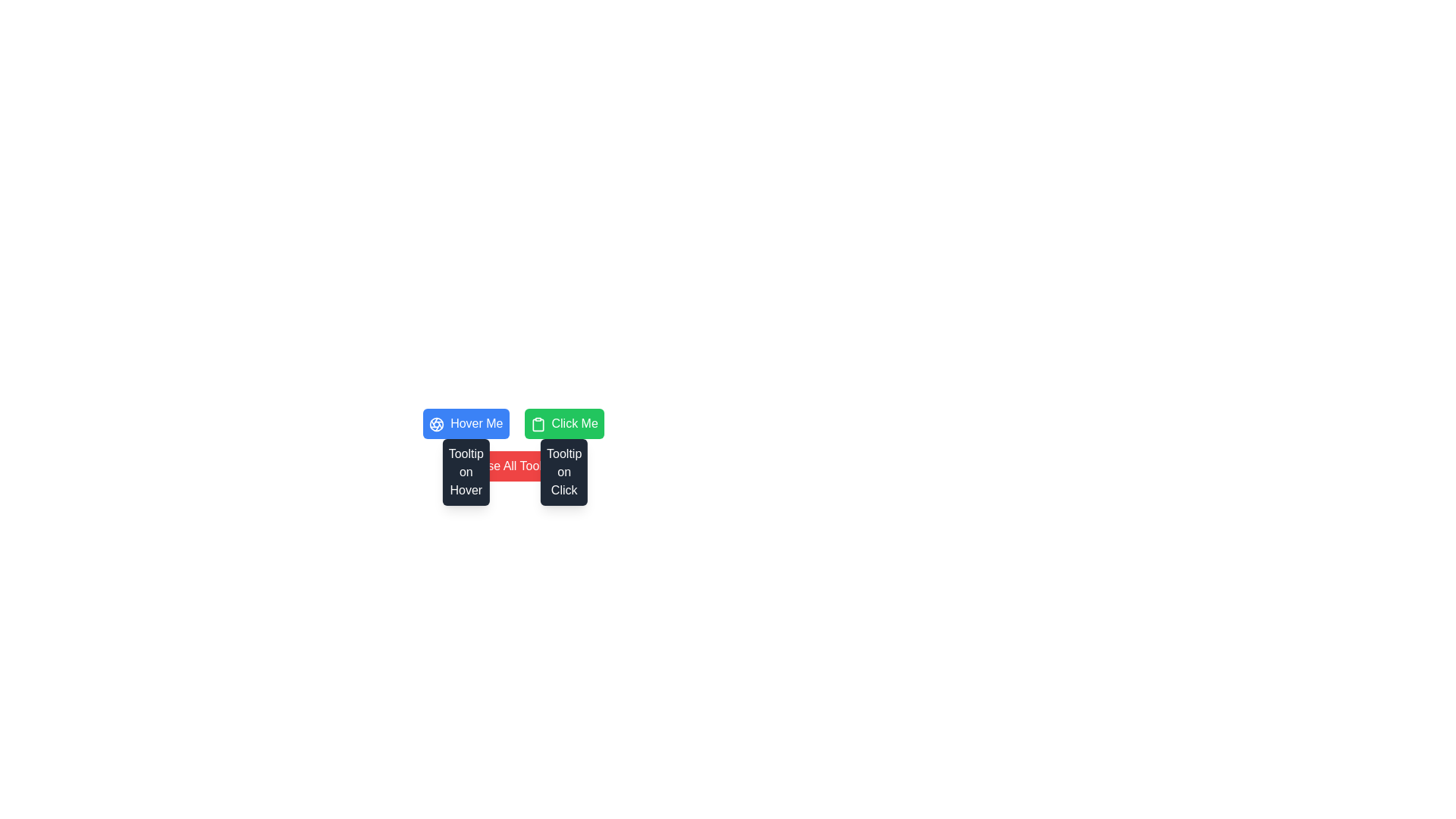 The height and width of the screenshot is (819, 1456). I want to click on the tooltip that appears beneath the 'Click Me' green button to provide additional information, so click(563, 472).